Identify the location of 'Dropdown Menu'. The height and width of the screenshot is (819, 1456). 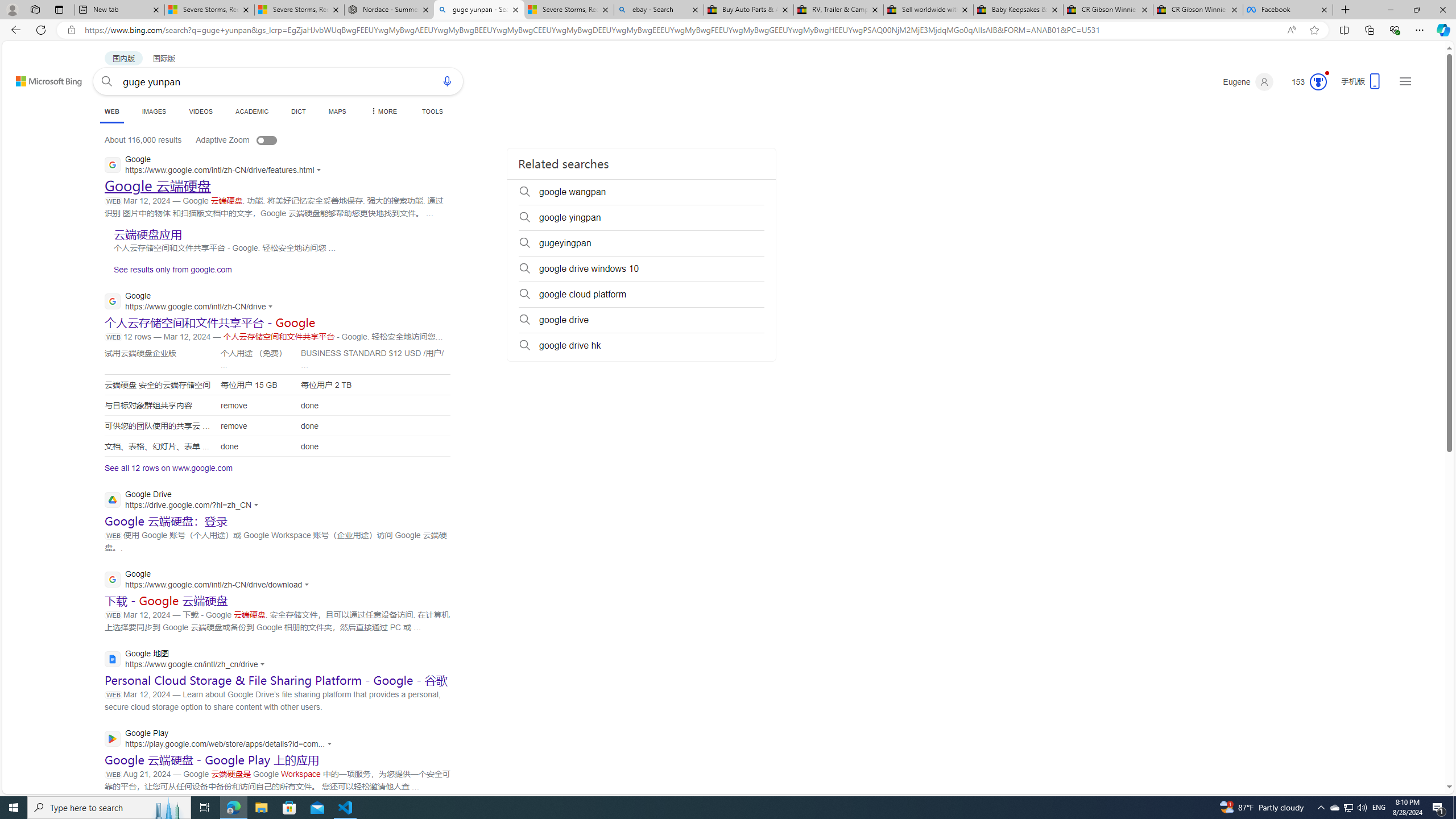
(382, 111).